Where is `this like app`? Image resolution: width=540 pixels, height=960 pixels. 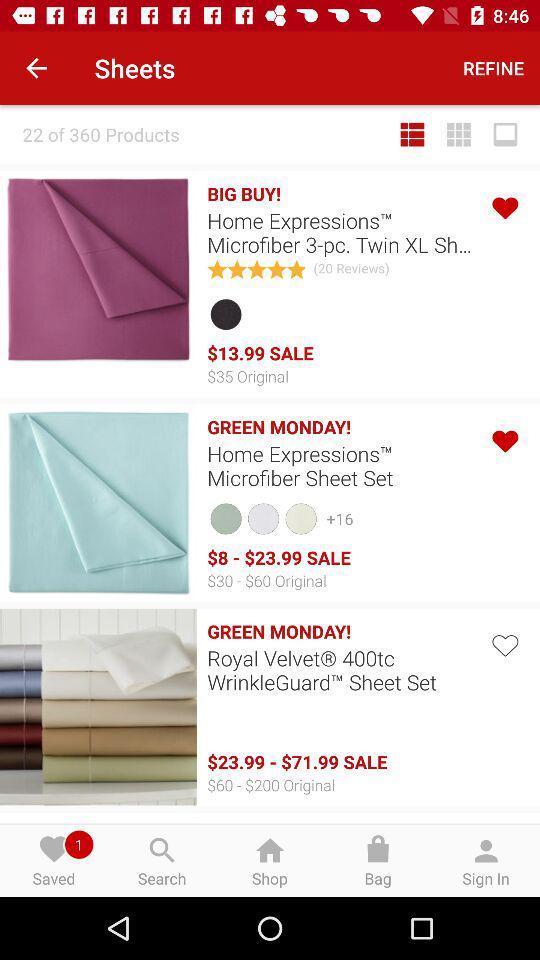
this like app is located at coordinates (503, 206).